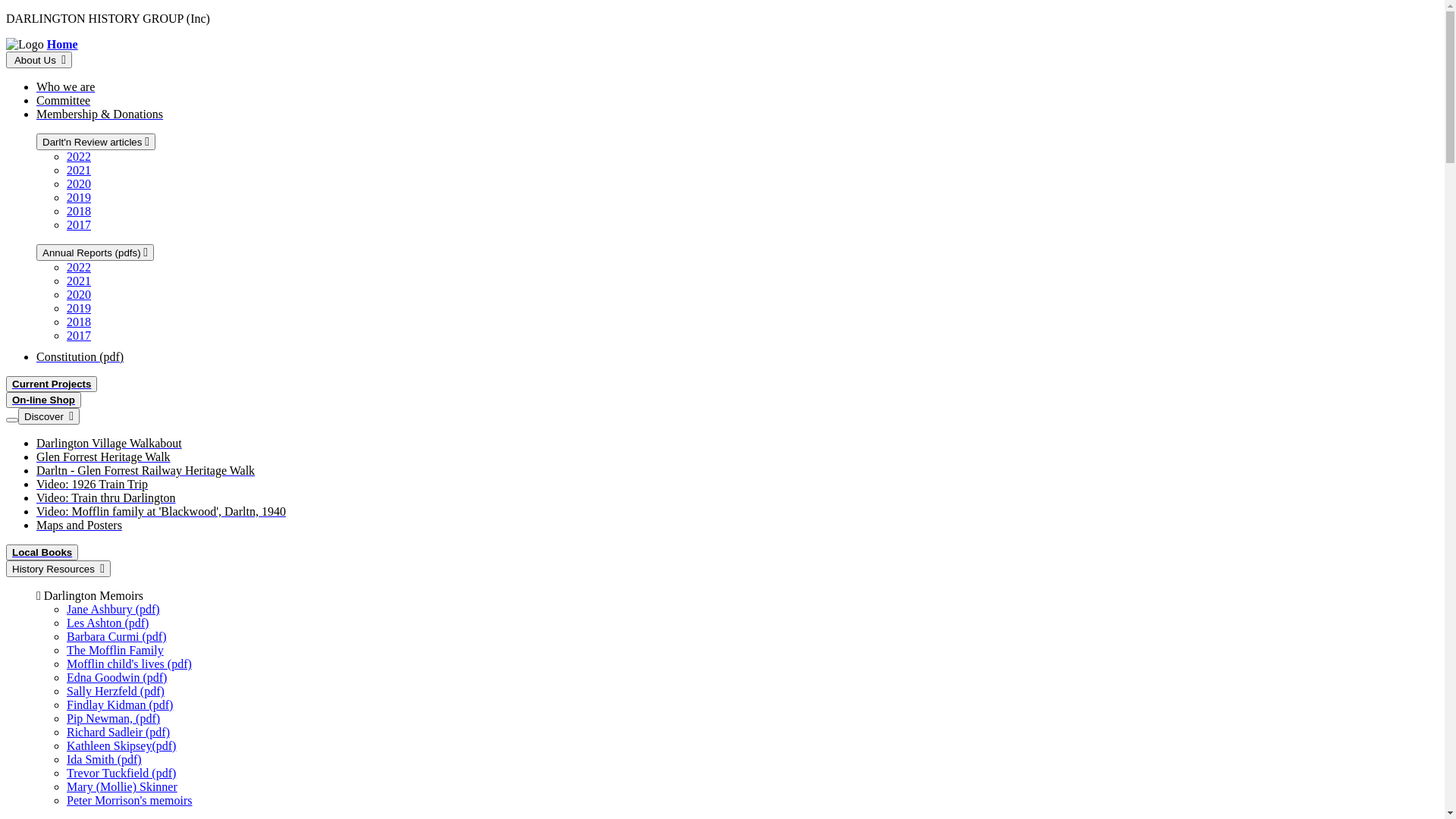  What do you see at coordinates (36, 251) in the screenshot?
I see `'Annual Reports (pdfs) '` at bounding box center [36, 251].